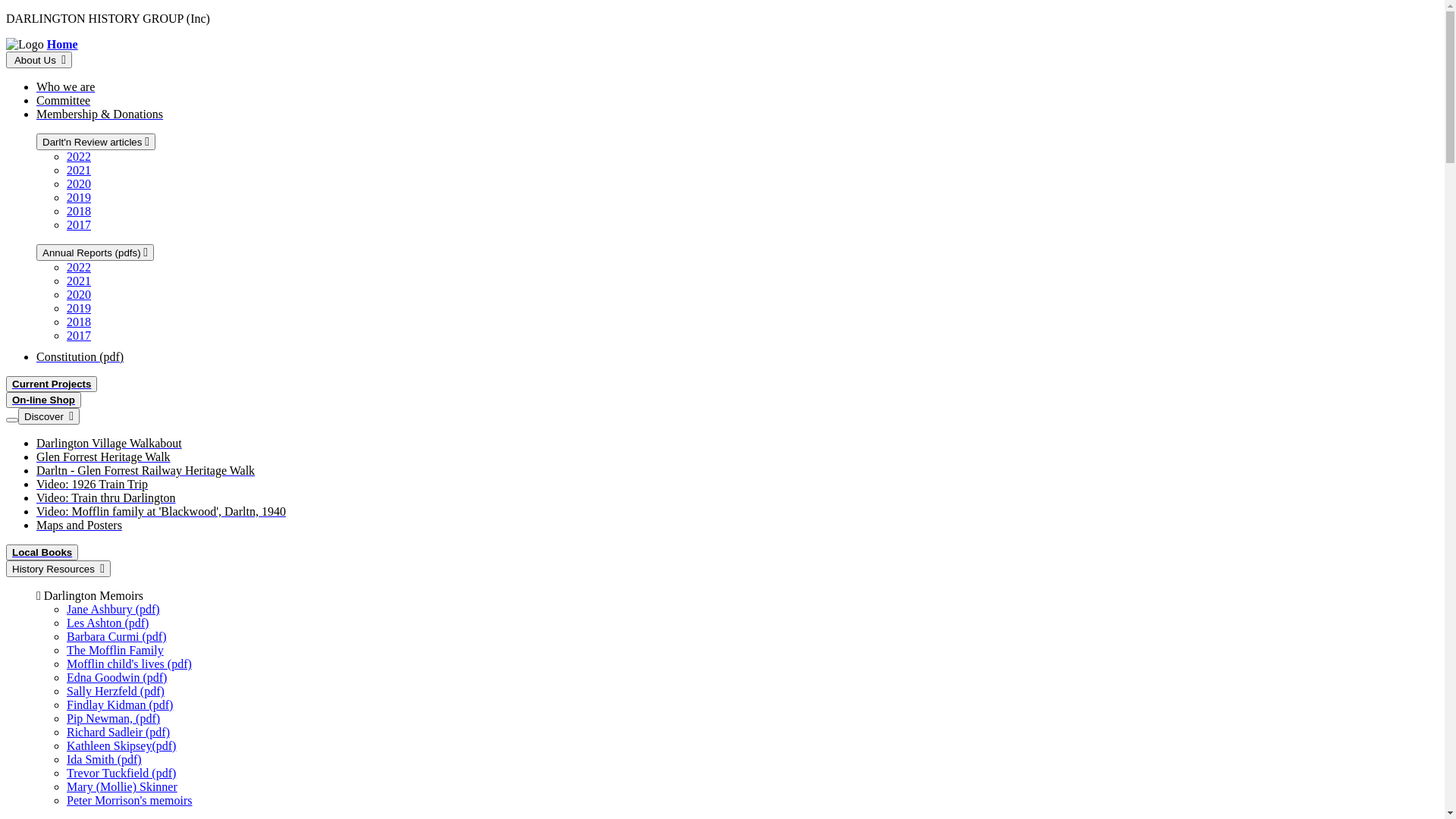  What do you see at coordinates (36, 251) in the screenshot?
I see `'Annual Reports (pdfs) '` at bounding box center [36, 251].